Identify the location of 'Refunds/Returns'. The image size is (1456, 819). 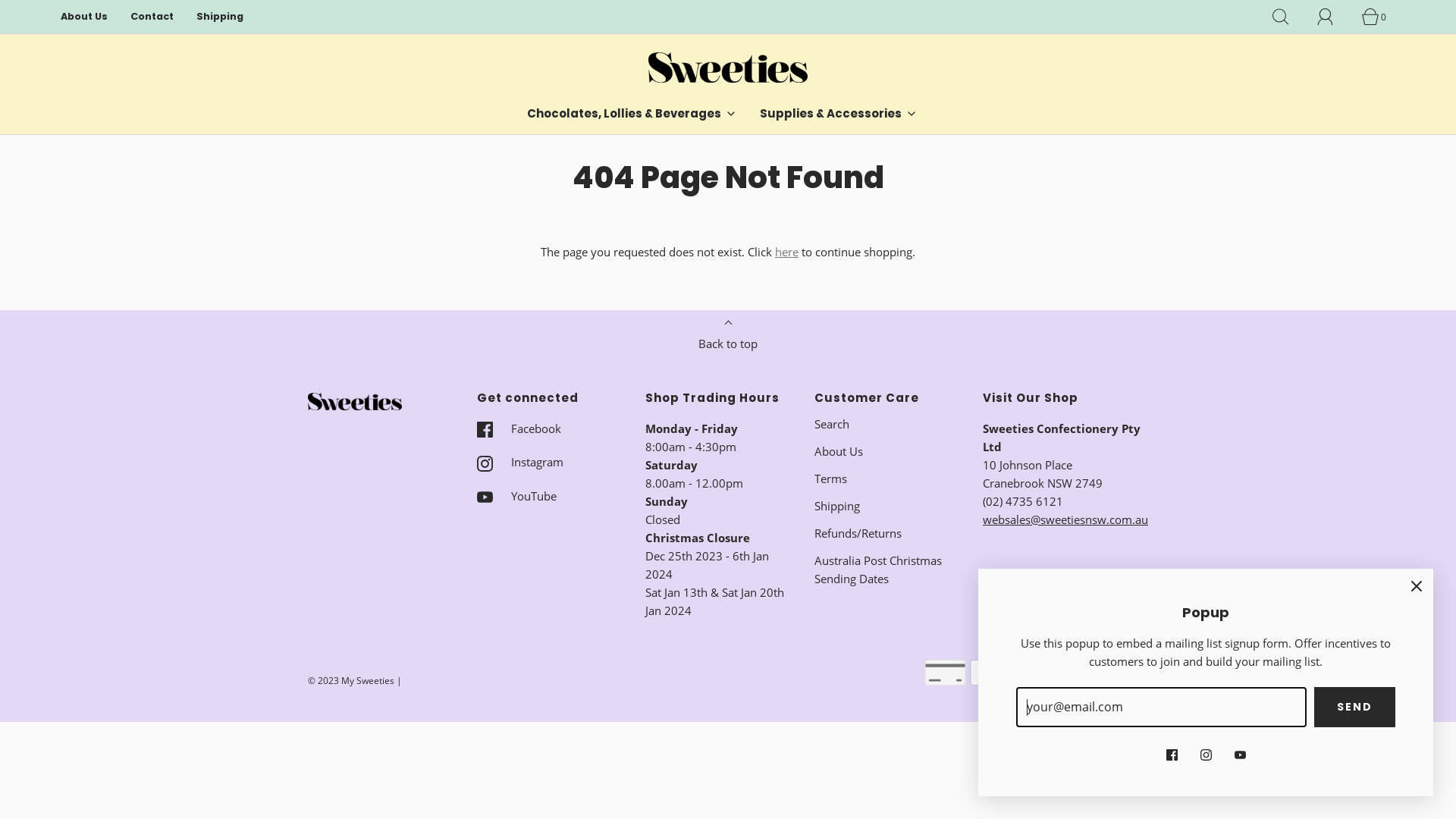
(858, 532).